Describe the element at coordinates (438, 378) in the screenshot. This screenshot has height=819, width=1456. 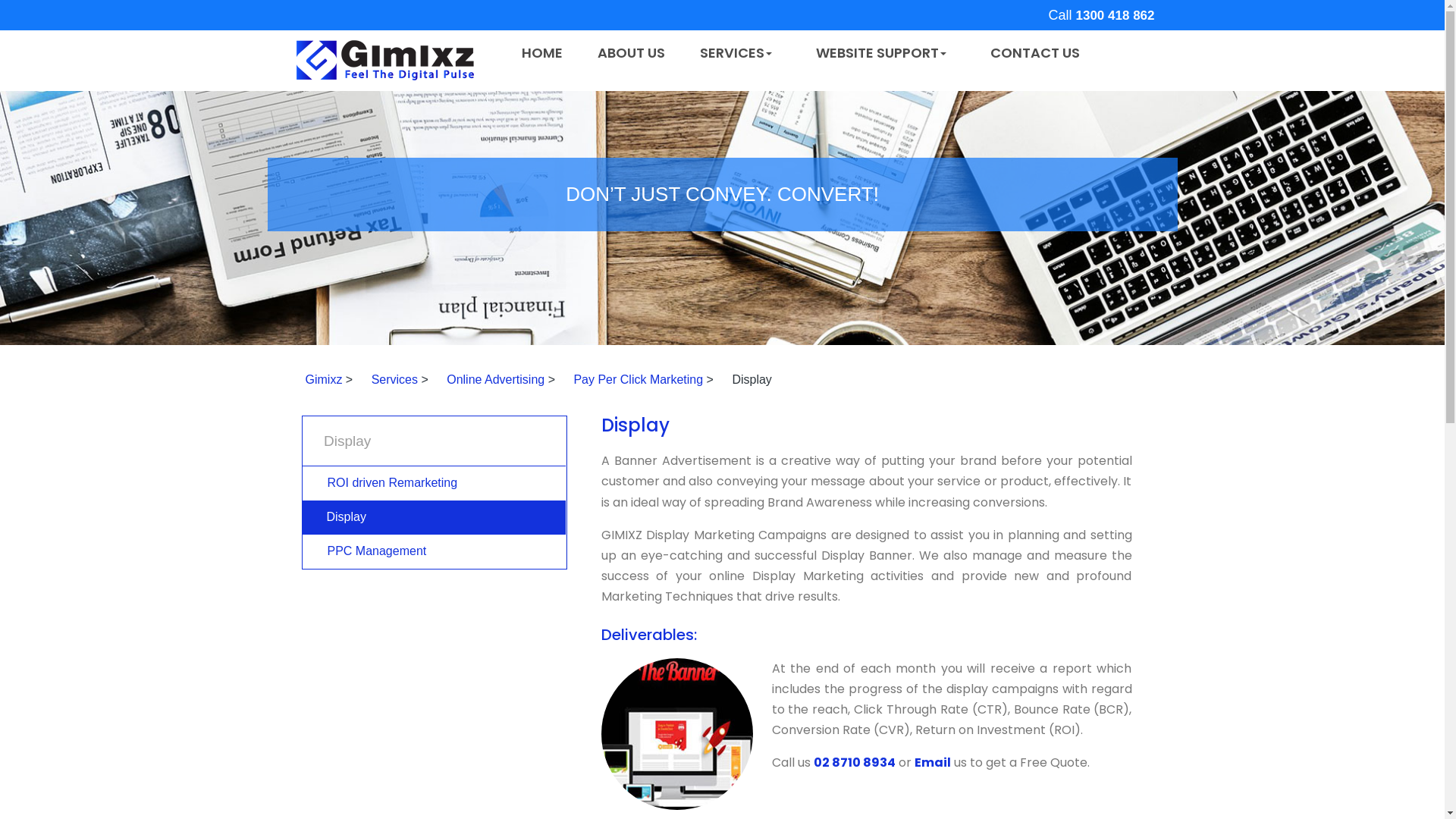
I see `'Online Advertising'` at that location.